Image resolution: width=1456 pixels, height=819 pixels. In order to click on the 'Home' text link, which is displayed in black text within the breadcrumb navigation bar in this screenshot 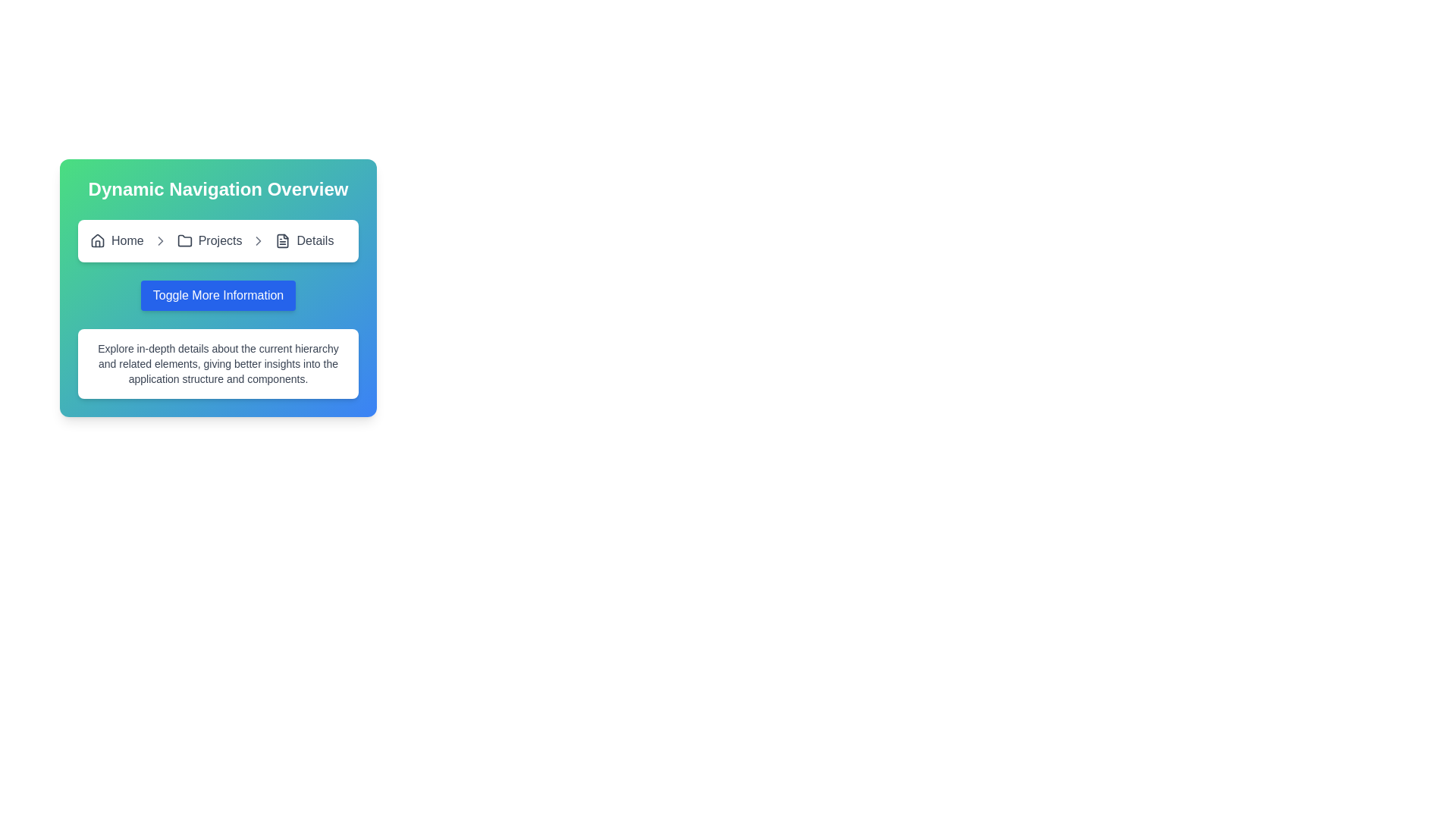, I will do `click(127, 240)`.